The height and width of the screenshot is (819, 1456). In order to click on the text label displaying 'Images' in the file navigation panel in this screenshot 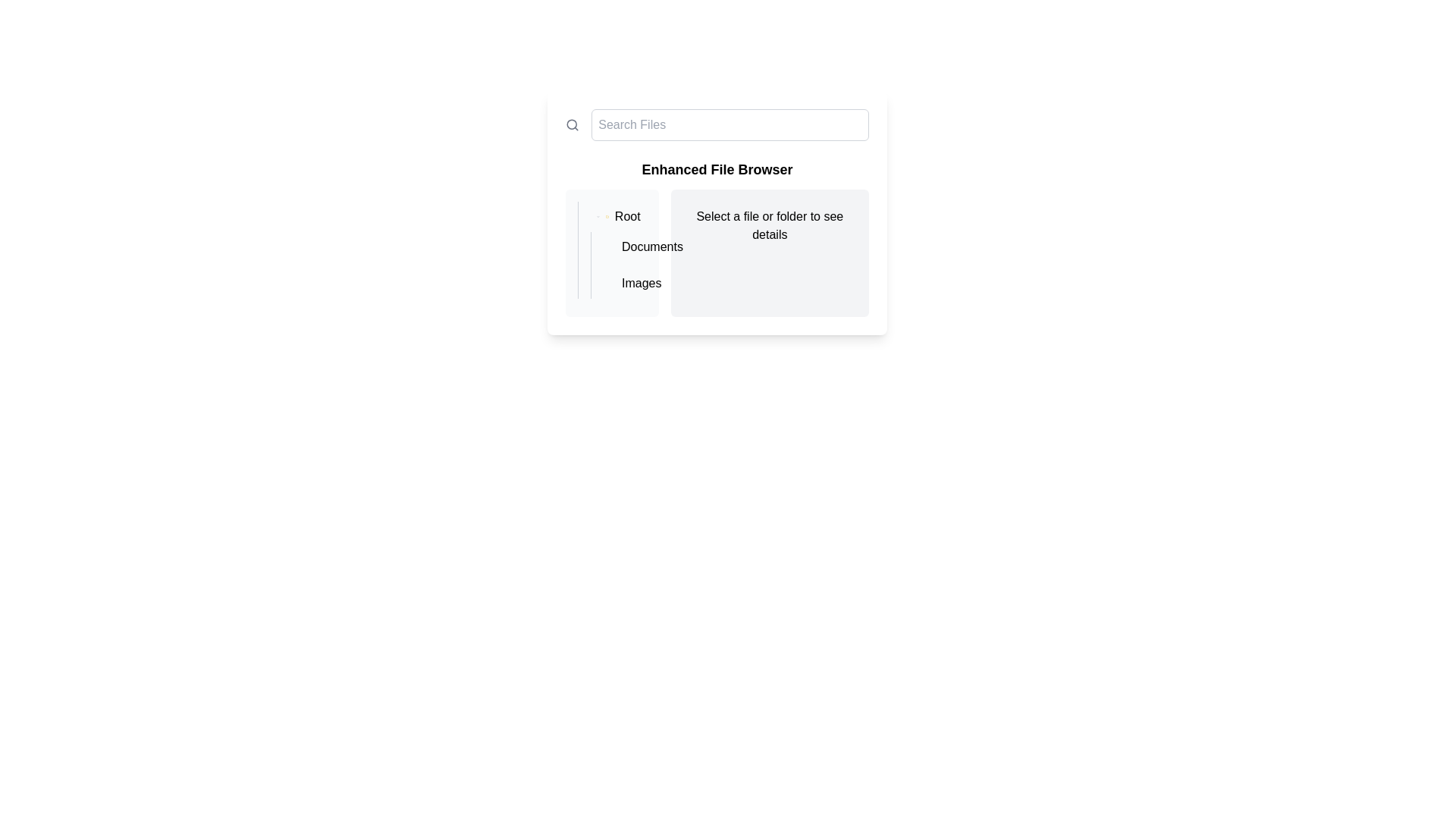, I will do `click(625, 284)`.